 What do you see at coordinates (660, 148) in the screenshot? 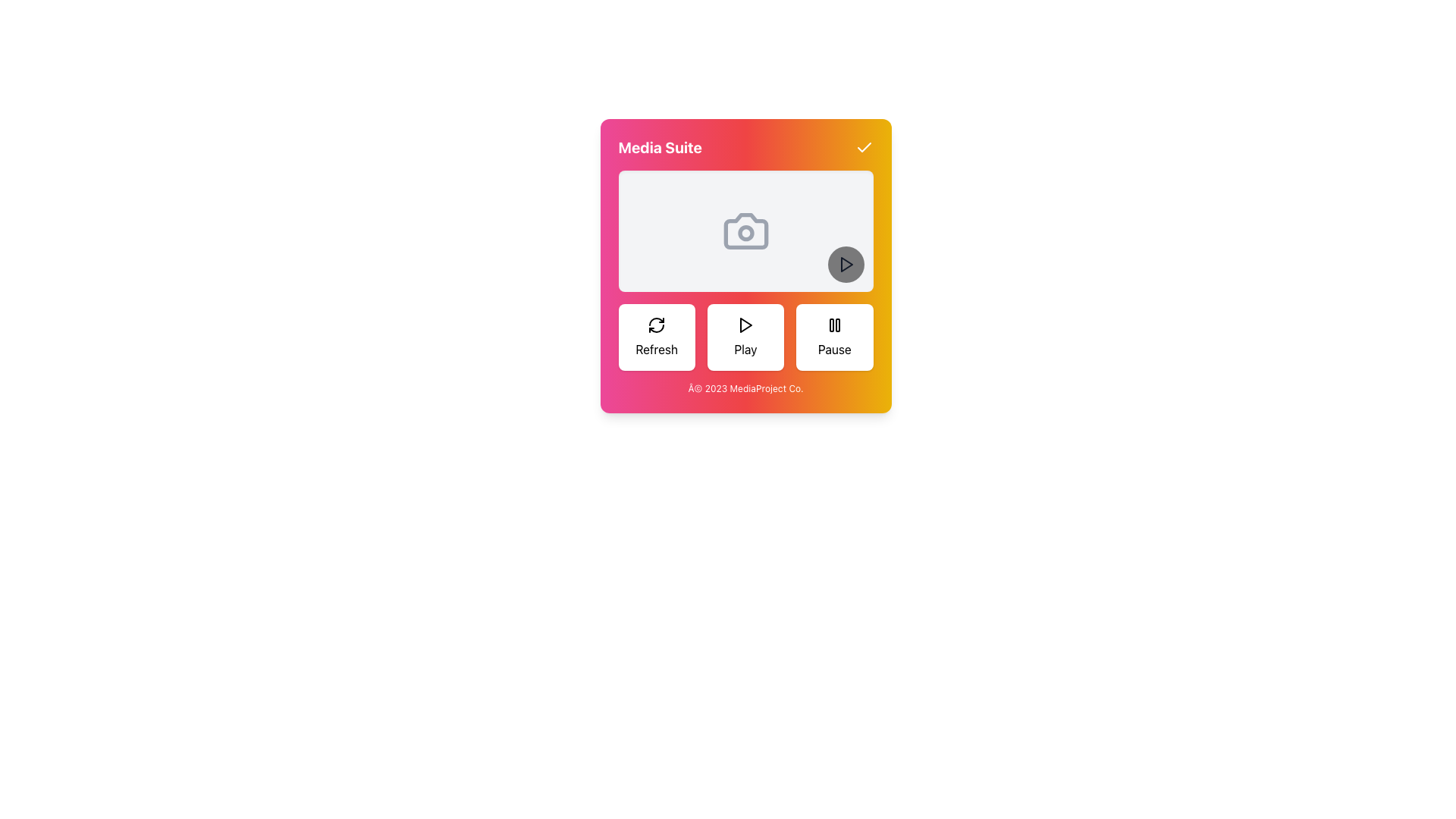
I see `text from the Text Label that serves as the title or header for the card interface, positioned at the top-left region of the card, to the left of the checkmark icon` at bounding box center [660, 148].